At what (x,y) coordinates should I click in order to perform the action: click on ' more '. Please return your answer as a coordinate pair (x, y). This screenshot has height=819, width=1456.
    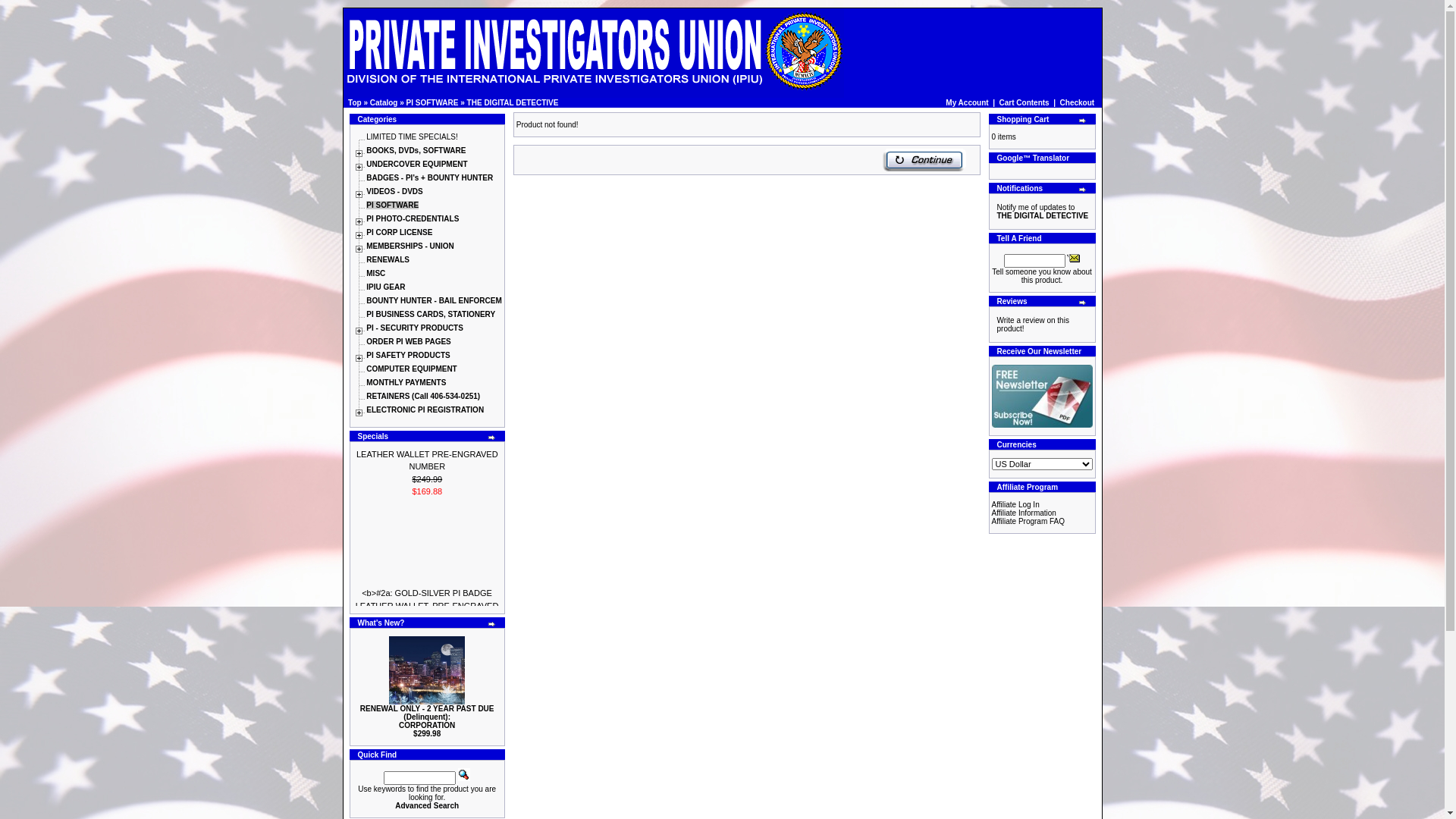
    Looking at the image, I should click on (488, 438).